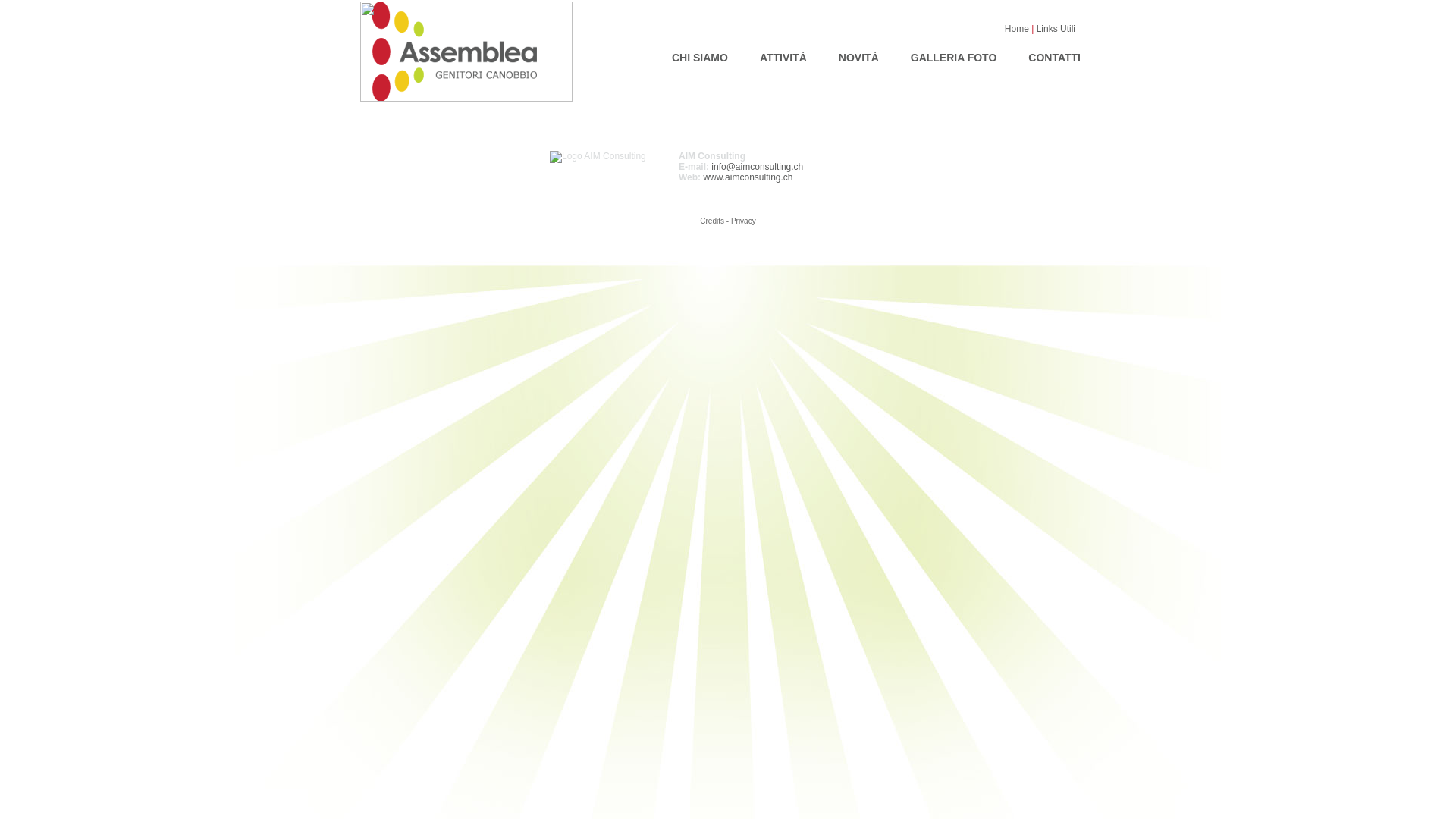 The height and width of the screenshot is (819, 1456). I want to click on 'Credits', so click(711, 221).